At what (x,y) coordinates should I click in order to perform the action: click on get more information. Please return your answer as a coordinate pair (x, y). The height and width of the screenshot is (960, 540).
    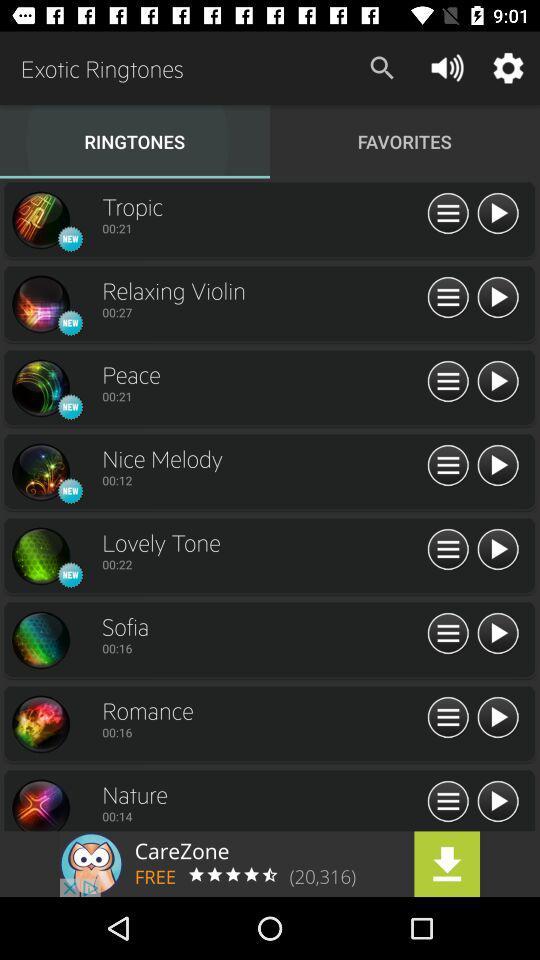
    Looking at the image, I should click on (448, 297).